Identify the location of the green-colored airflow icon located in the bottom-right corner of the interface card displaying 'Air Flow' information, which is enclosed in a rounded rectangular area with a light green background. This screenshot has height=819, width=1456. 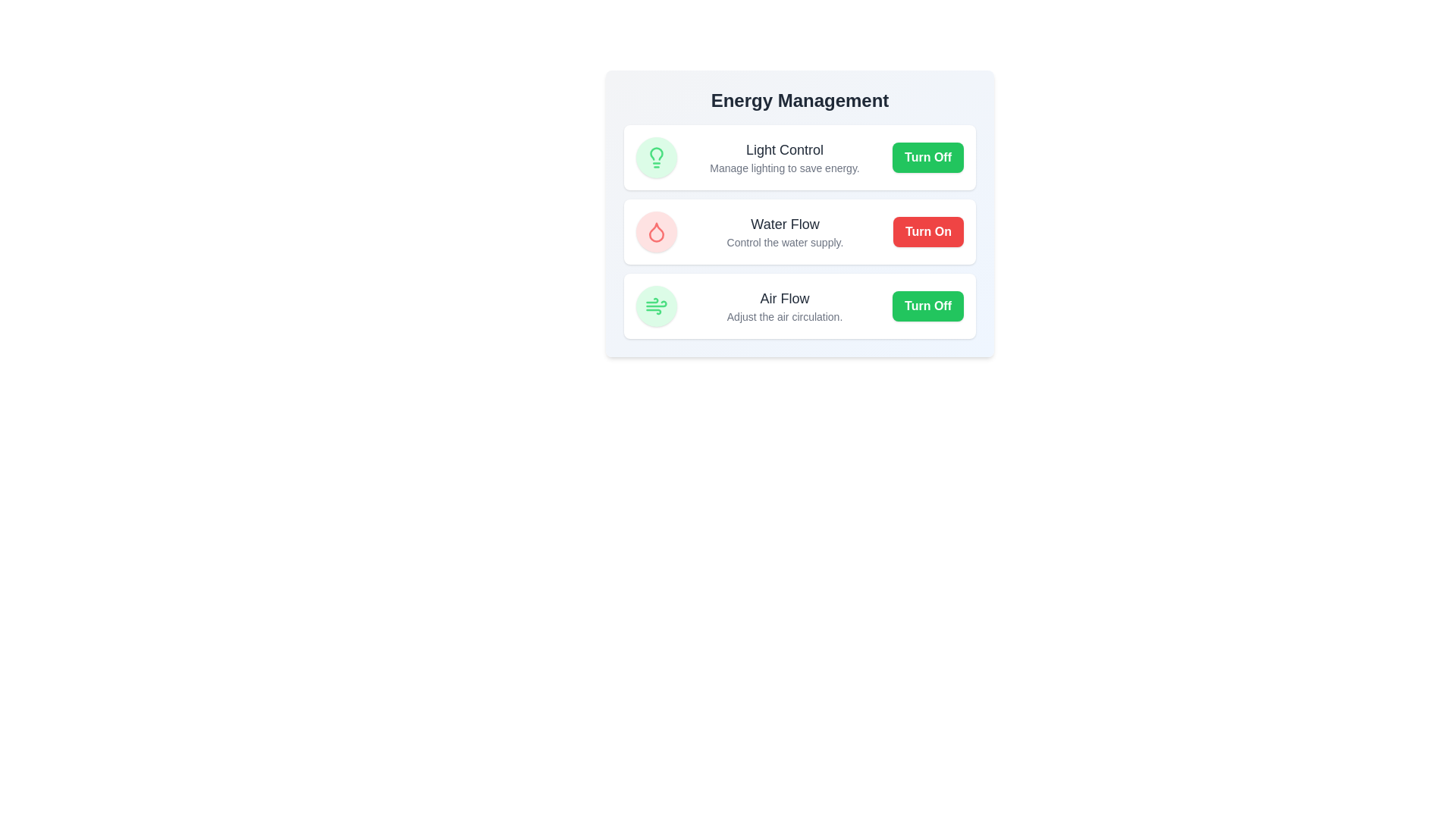
(656, 306).